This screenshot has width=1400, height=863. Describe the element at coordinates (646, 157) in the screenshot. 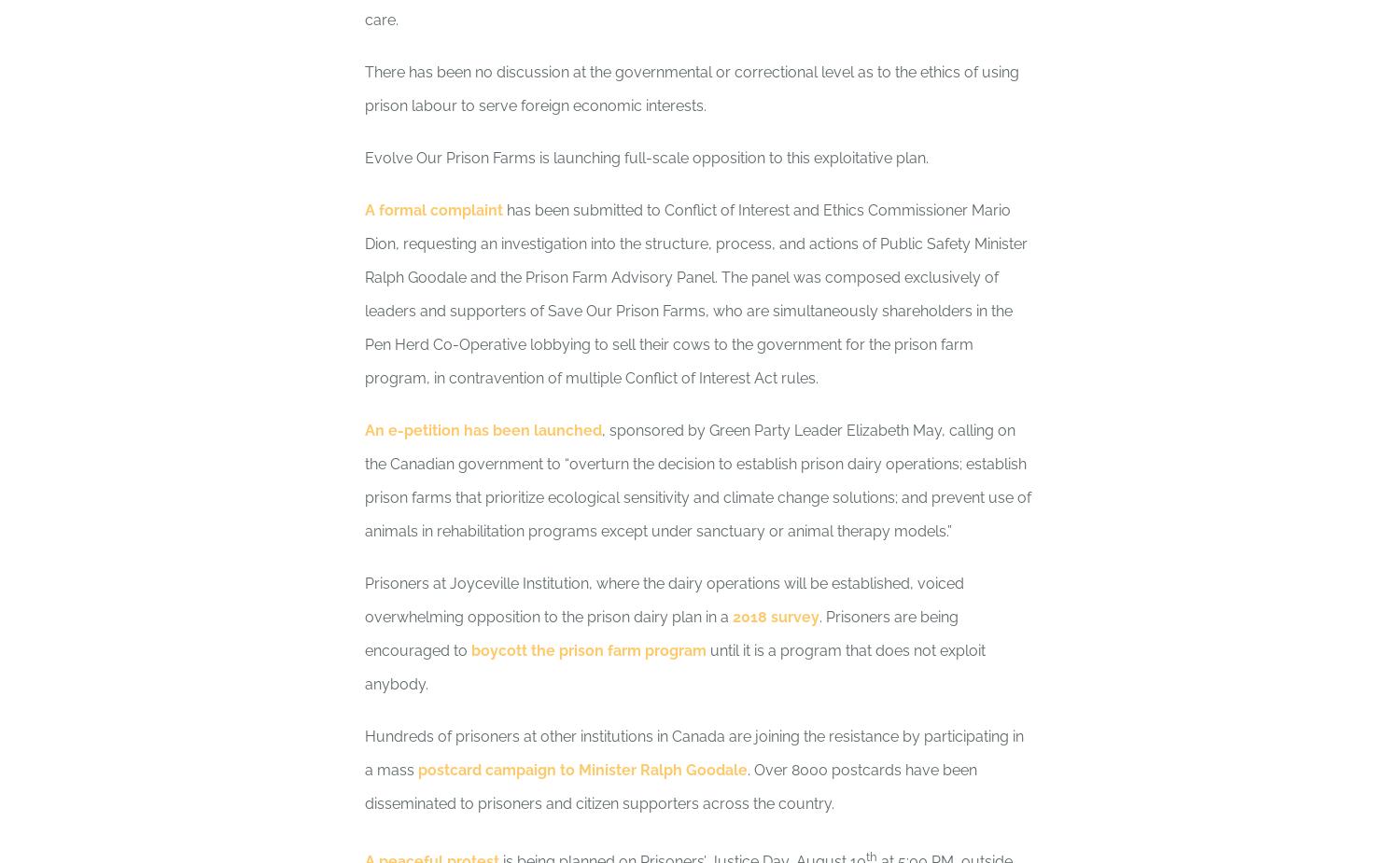

I see `'Evolve Our Prison Farms is launching full-scale opposition to this exploitative plan.'` at that location.